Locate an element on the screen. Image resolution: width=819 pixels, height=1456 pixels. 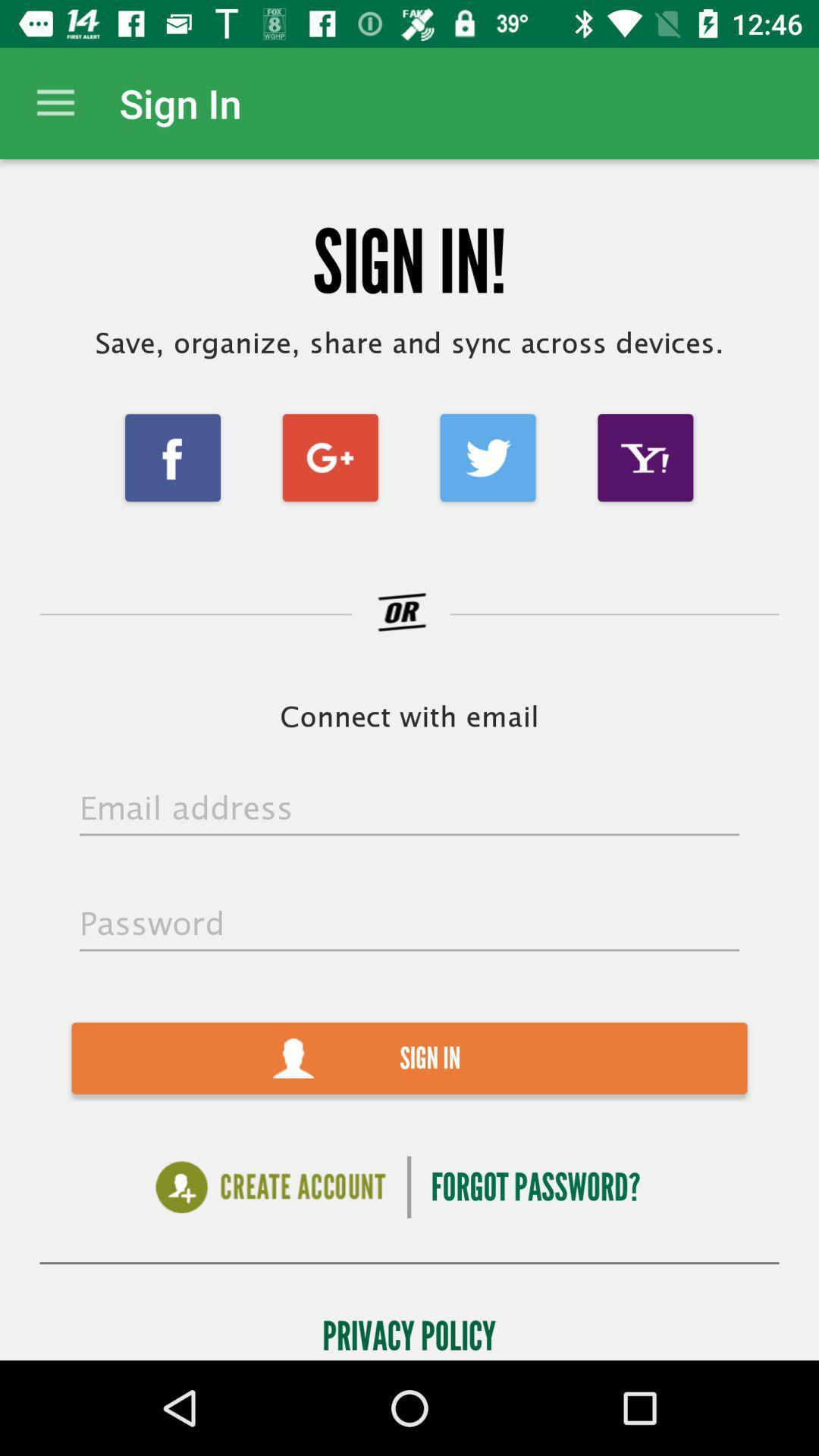
the facebook icon is located at coordinates (171, 457).